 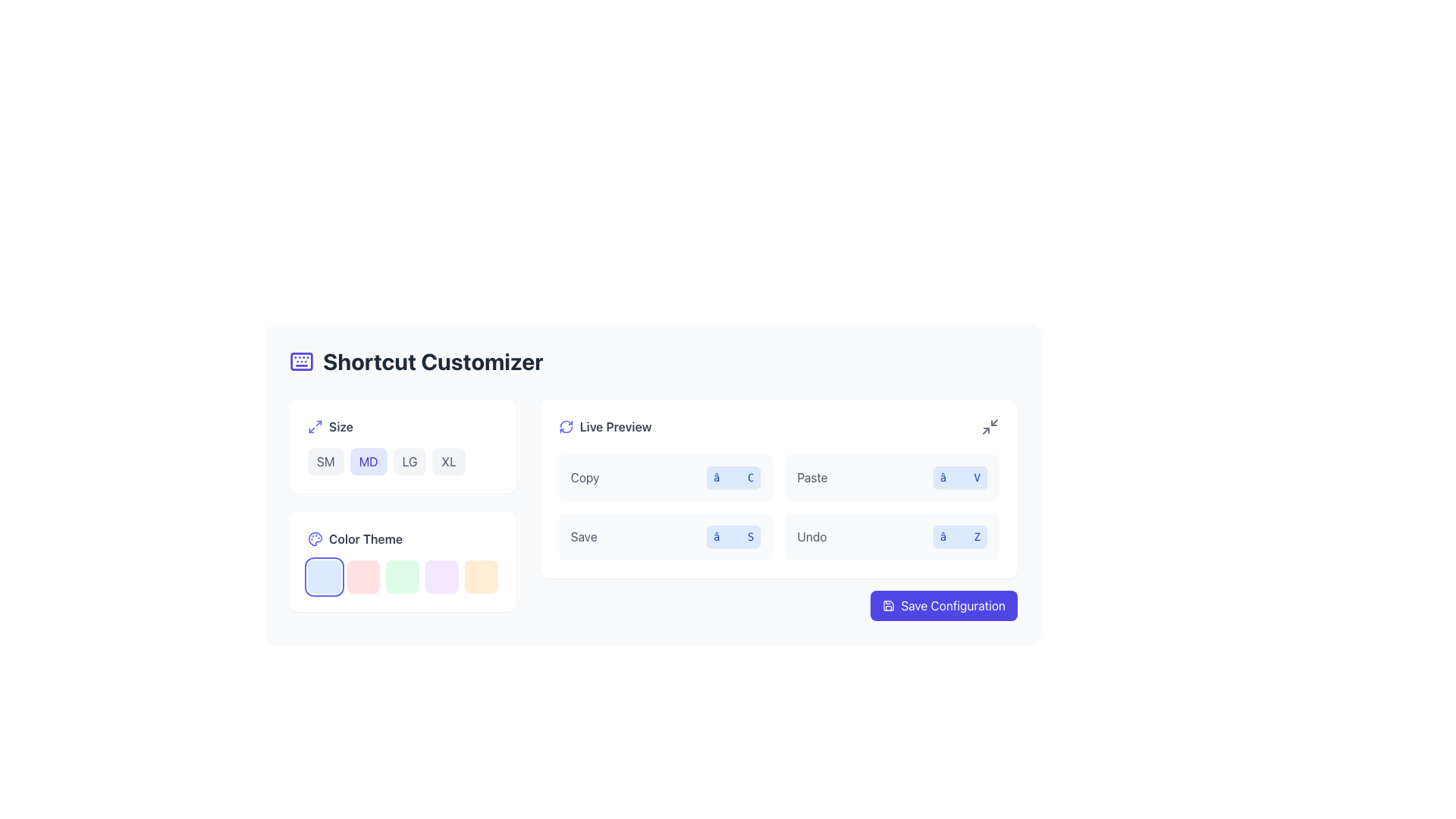 I want to click on the static text label that describes the 'Save' functionality, located in the 'Live Preview' section, beneath the 'Copy' and 'Paste' options, so click(x=583, y=536).